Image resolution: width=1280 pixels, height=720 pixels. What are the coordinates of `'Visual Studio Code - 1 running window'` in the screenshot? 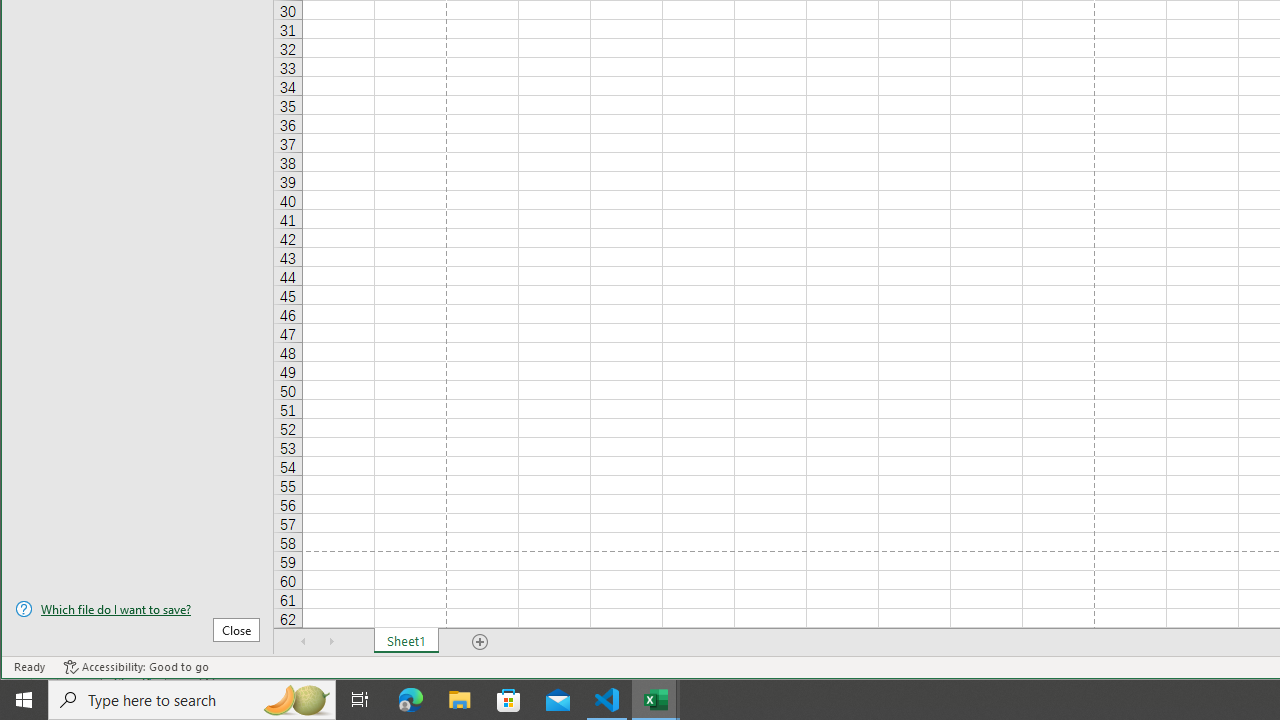 It's located at (606, 698).